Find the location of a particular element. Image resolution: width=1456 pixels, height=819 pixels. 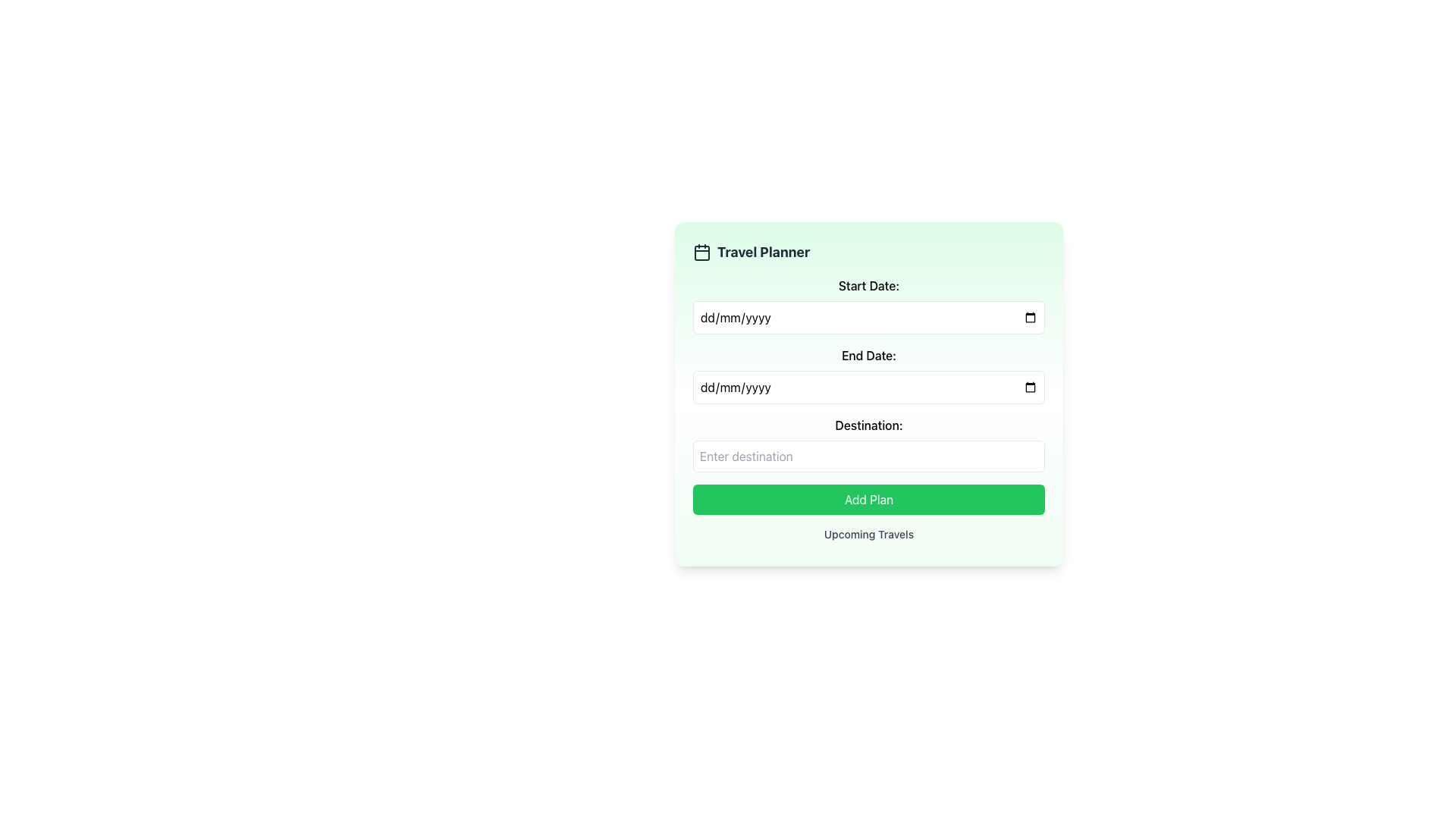

the white-filled rectangular shape inside the calendar icon located at the top of the 'Travel Planner' card is located at coordinates (701, 253).